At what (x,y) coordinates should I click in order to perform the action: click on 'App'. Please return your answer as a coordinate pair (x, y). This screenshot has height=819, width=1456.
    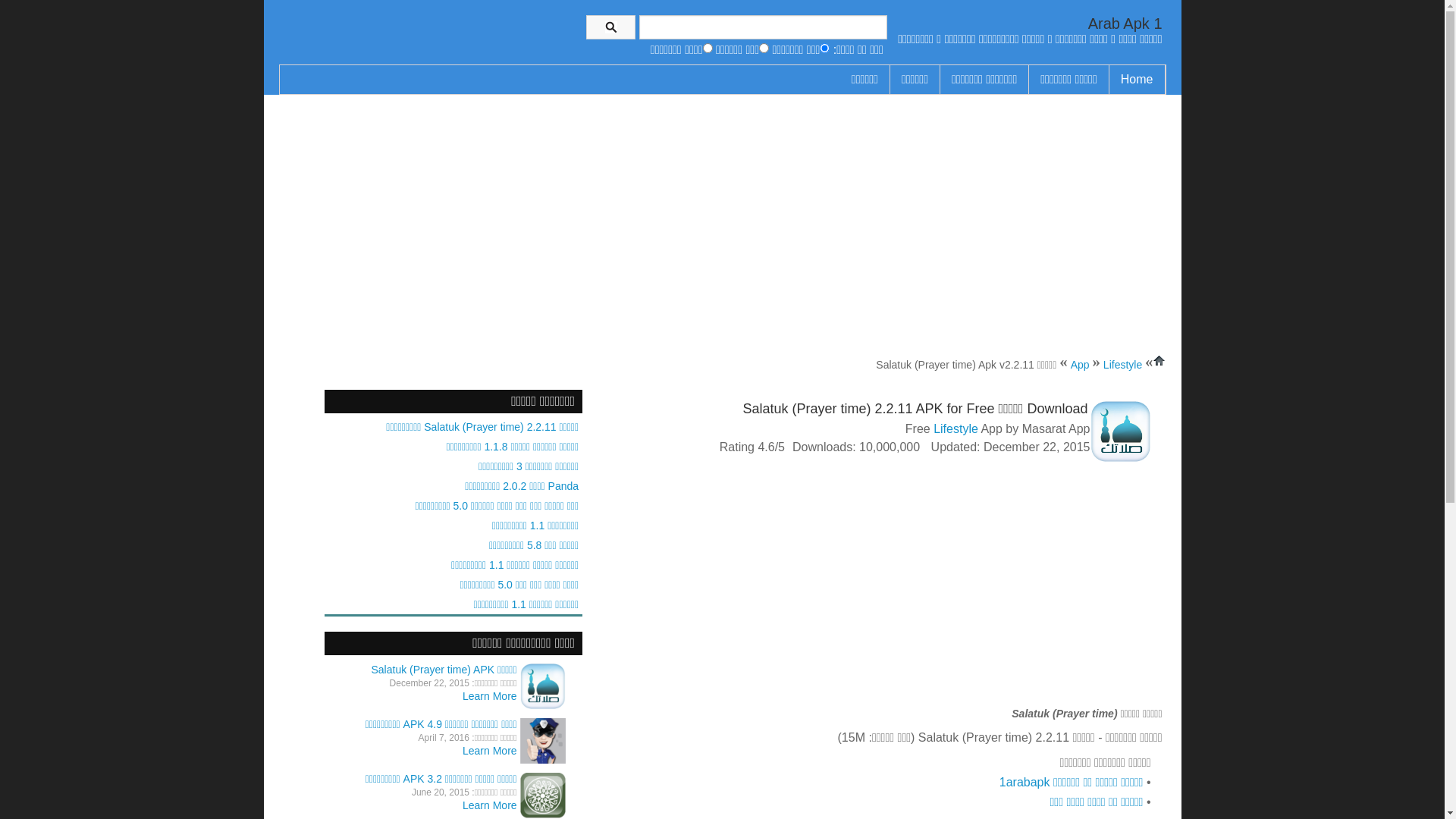
    Looking at the image, I should click on (1069, 365).